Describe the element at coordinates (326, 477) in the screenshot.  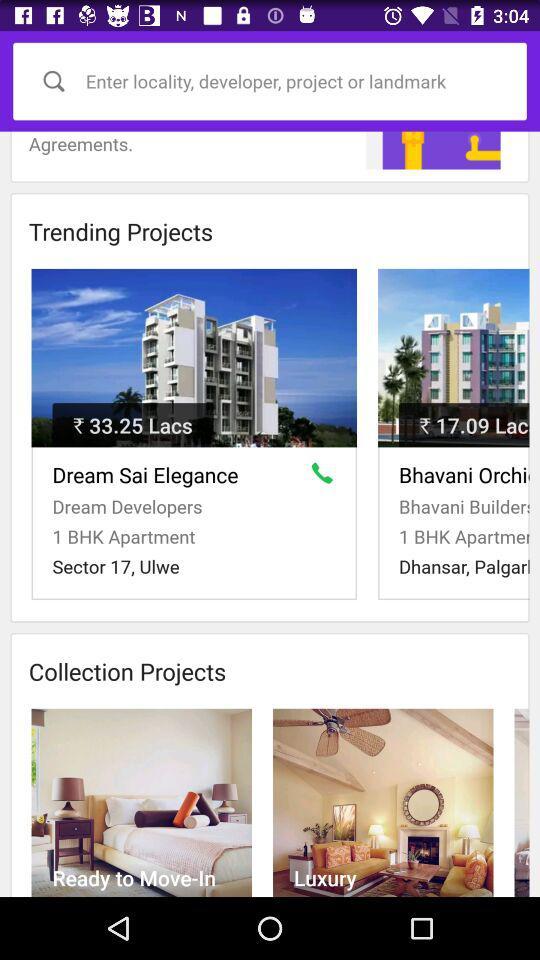
I see `call` at that location.